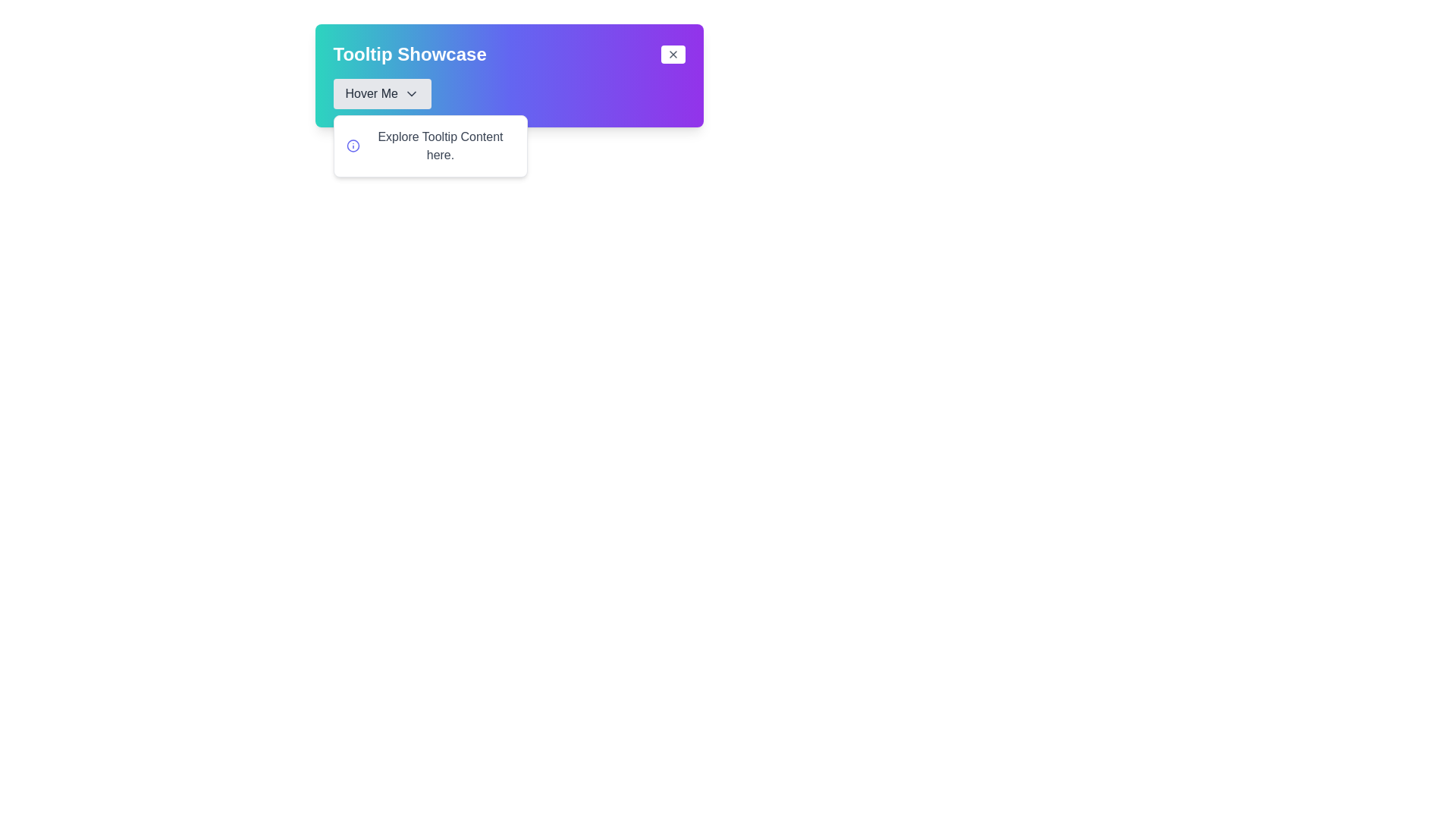 Image resolution: width=1456 pixels, height=819 pixels. I want to click on the 'Hover Me' button, so click(382, 93).